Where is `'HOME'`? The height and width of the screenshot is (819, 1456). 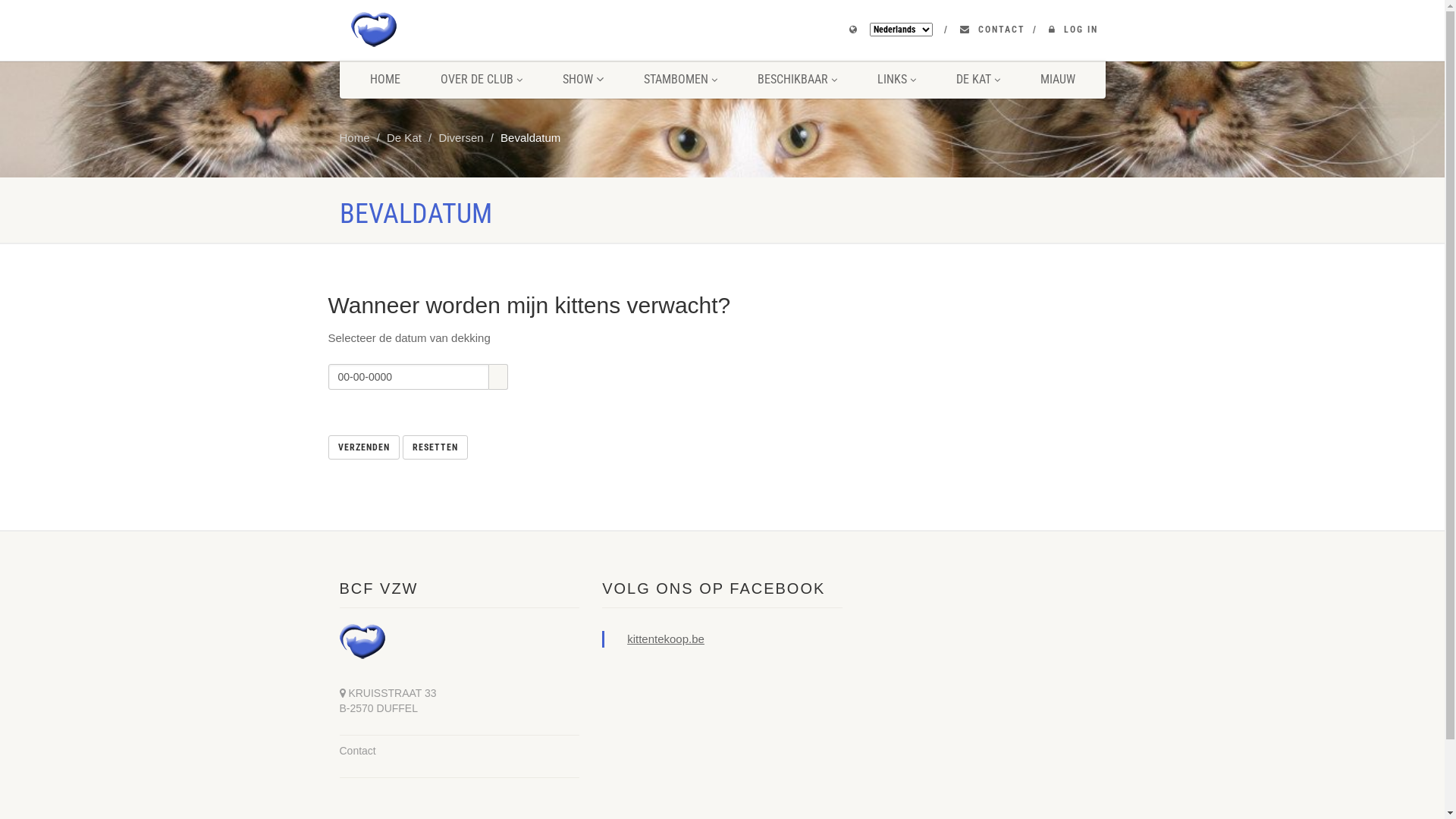 'HOME' is located at coordinates (384, 79).